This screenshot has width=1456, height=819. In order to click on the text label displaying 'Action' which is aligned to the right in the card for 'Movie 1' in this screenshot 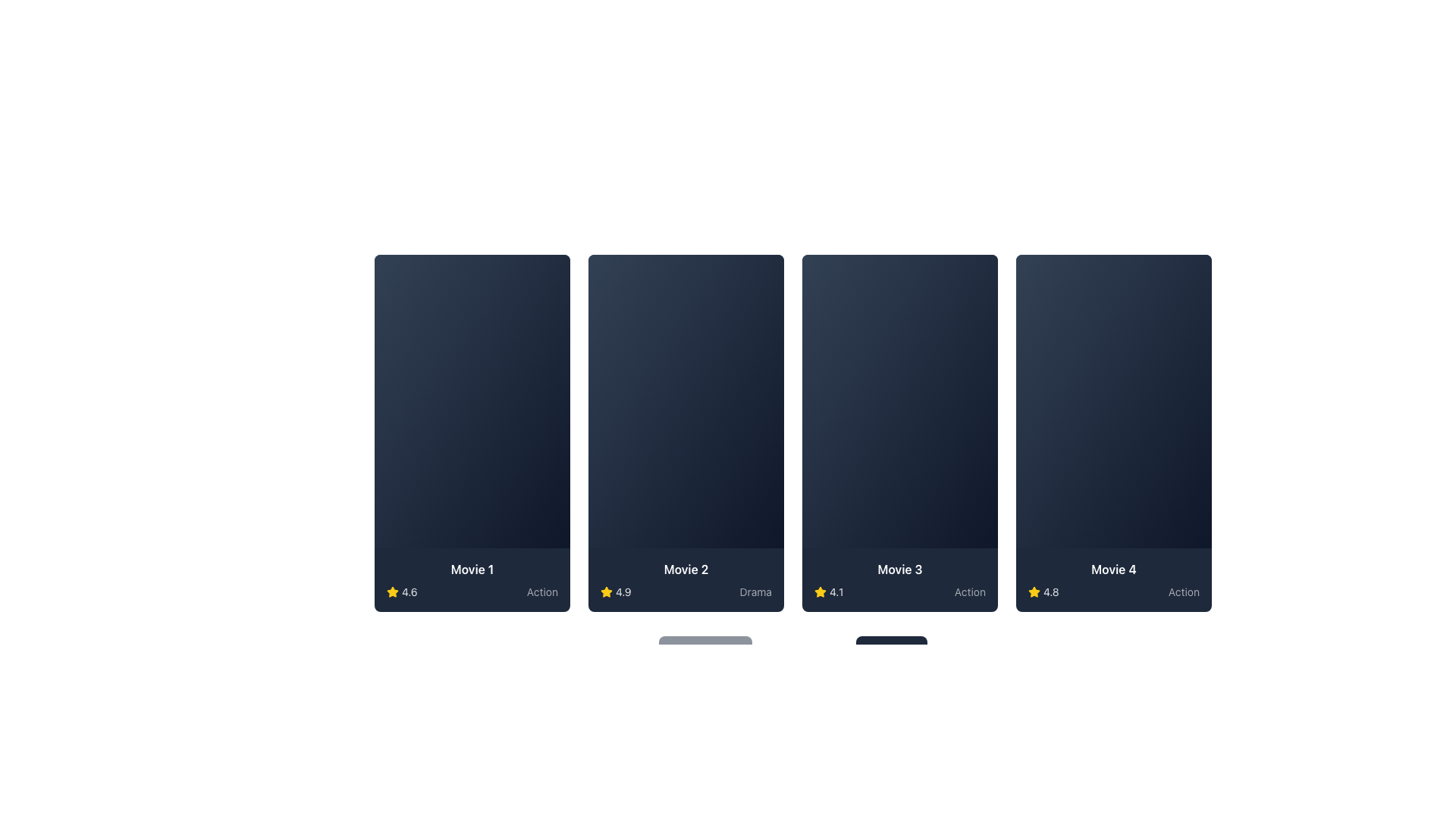, I will do `click(542, 591)`.